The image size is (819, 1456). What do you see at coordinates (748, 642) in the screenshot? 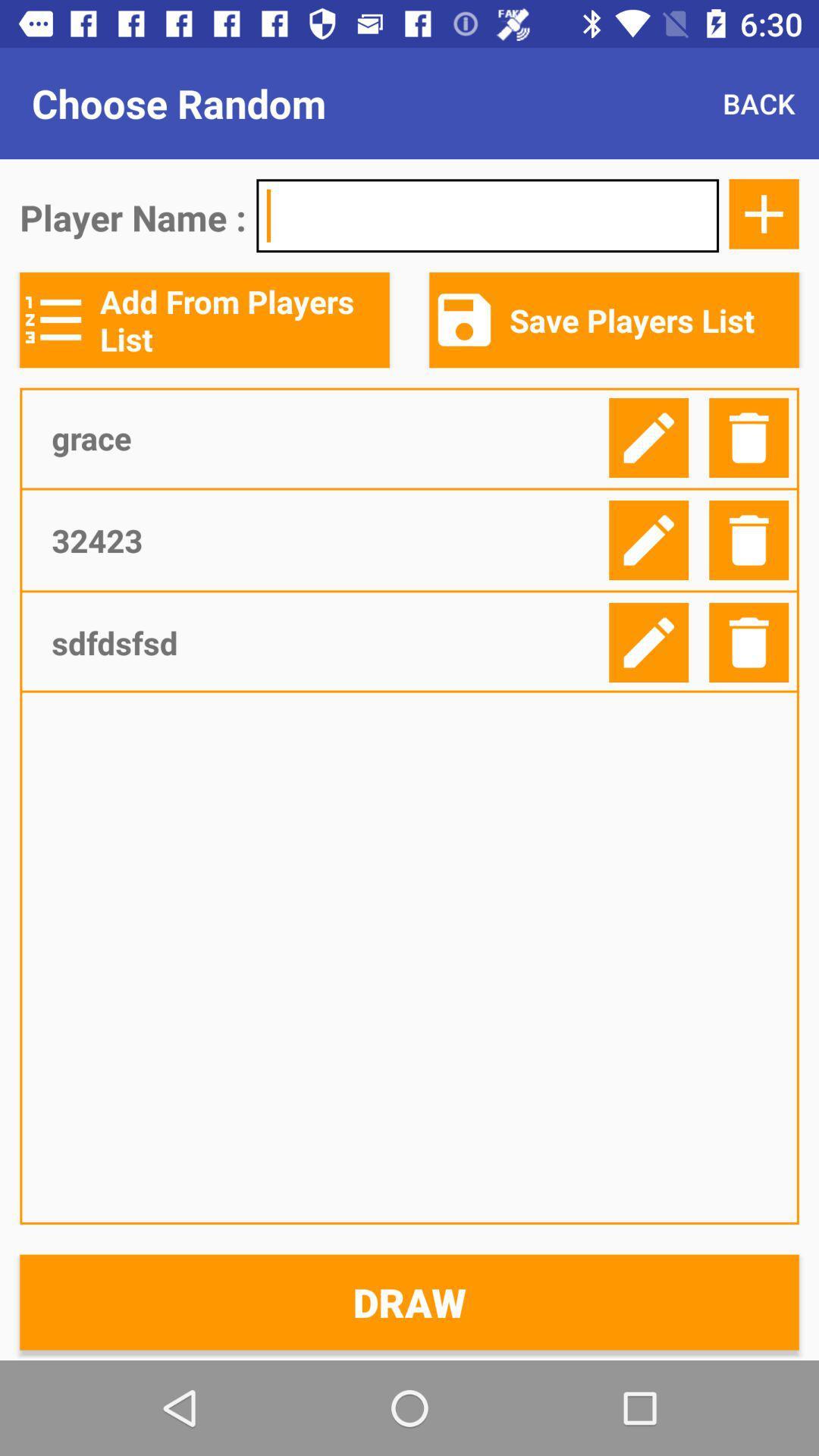
I see `delete button` at bounding box center [748, 642].